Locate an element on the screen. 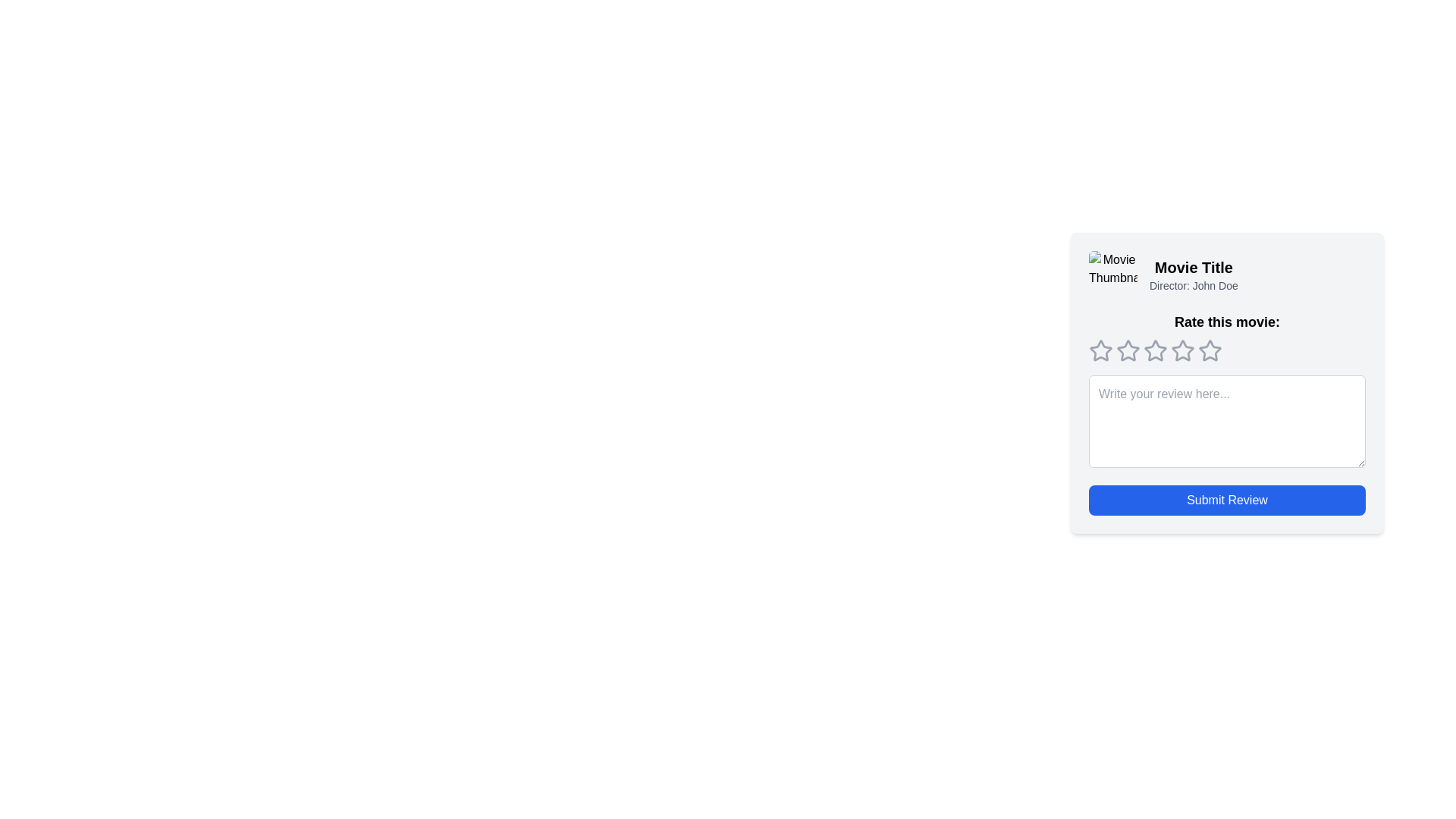 The image size is (1456, 819). the 'Submit Review' button, which is a rectangular button with white text on a blue background, located at the bottom of the review card is located at coordinates (1227, 500).